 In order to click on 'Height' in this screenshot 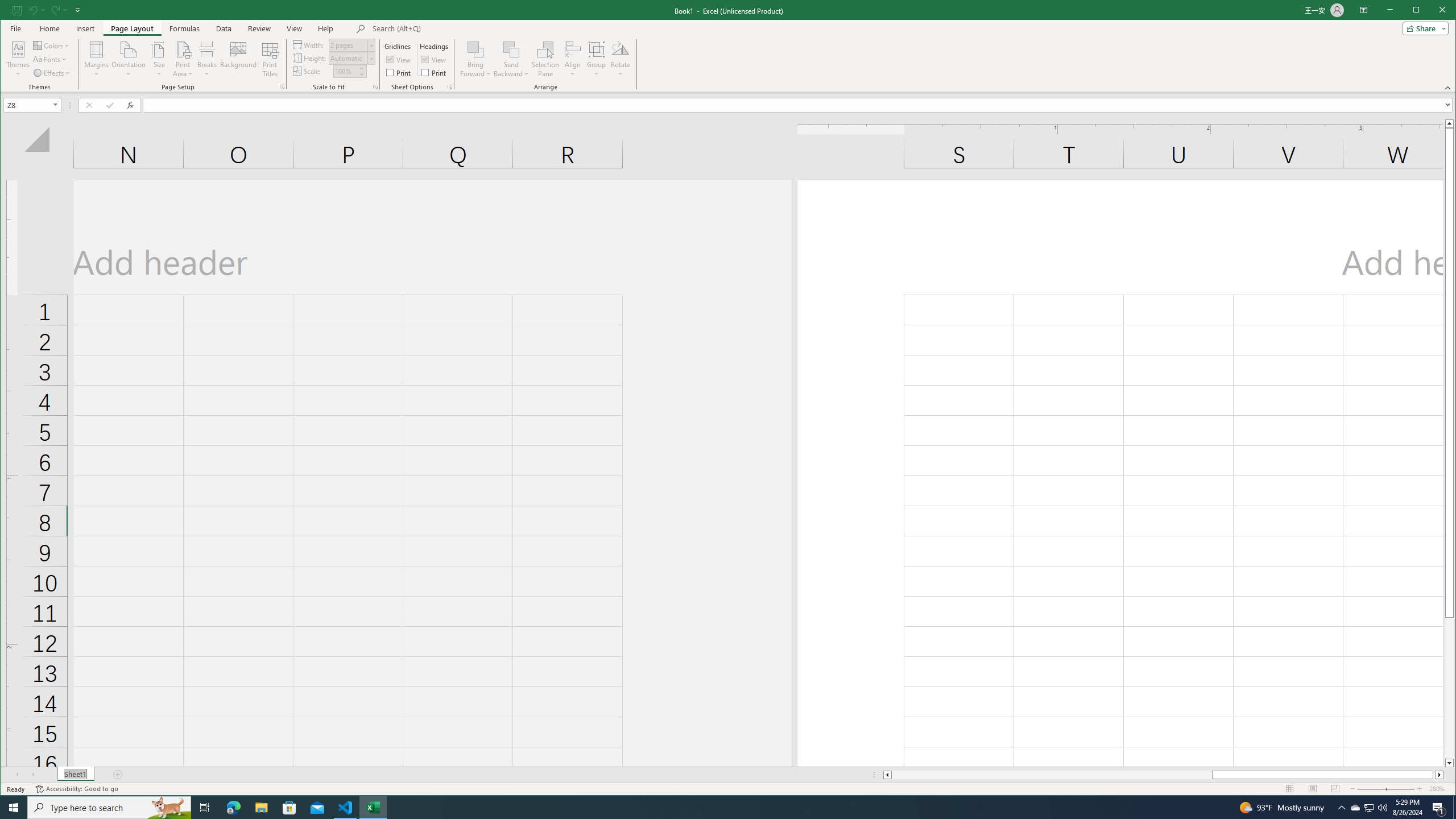, I will do `click(352, 58)`.